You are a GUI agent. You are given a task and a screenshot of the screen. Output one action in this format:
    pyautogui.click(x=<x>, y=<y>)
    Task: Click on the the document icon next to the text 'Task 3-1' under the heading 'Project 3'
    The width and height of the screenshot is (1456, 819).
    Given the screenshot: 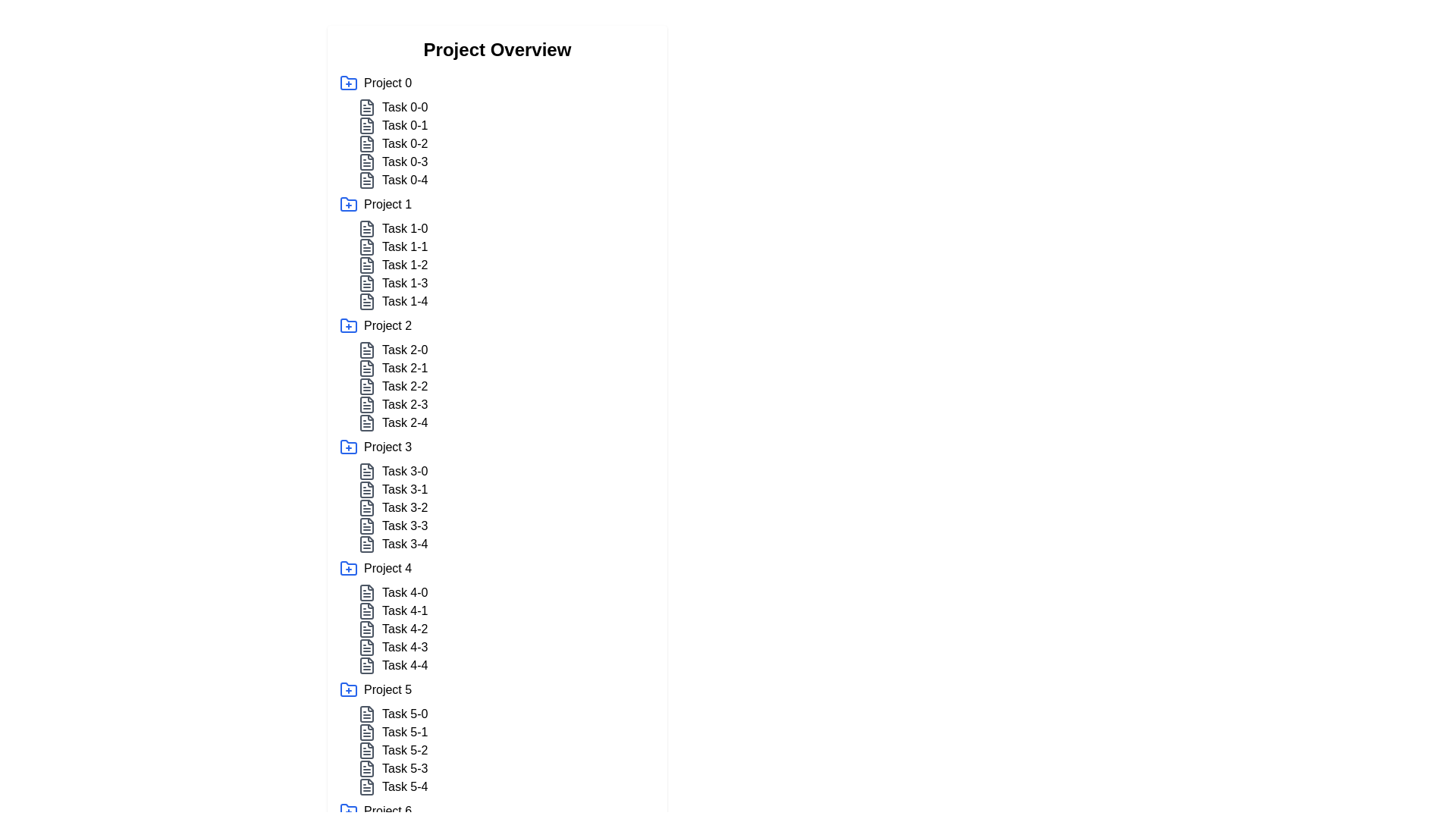 What is the action you would take?
    pyautogui.click(x=367, y=489)
    